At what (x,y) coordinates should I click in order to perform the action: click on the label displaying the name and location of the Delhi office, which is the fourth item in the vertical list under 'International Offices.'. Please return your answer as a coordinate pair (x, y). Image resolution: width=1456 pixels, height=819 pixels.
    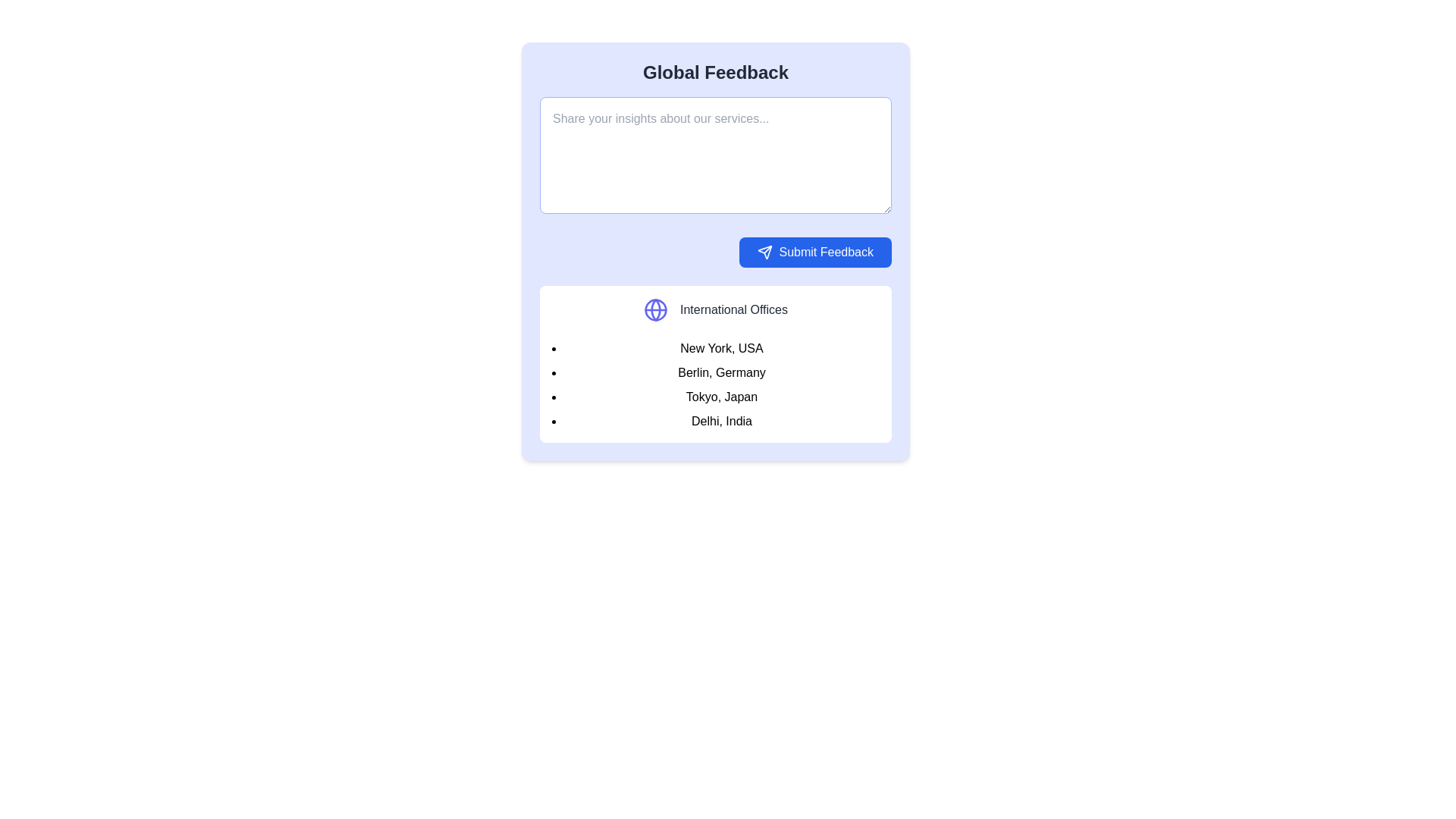
    Looking at the image, I should click on (720, 421).